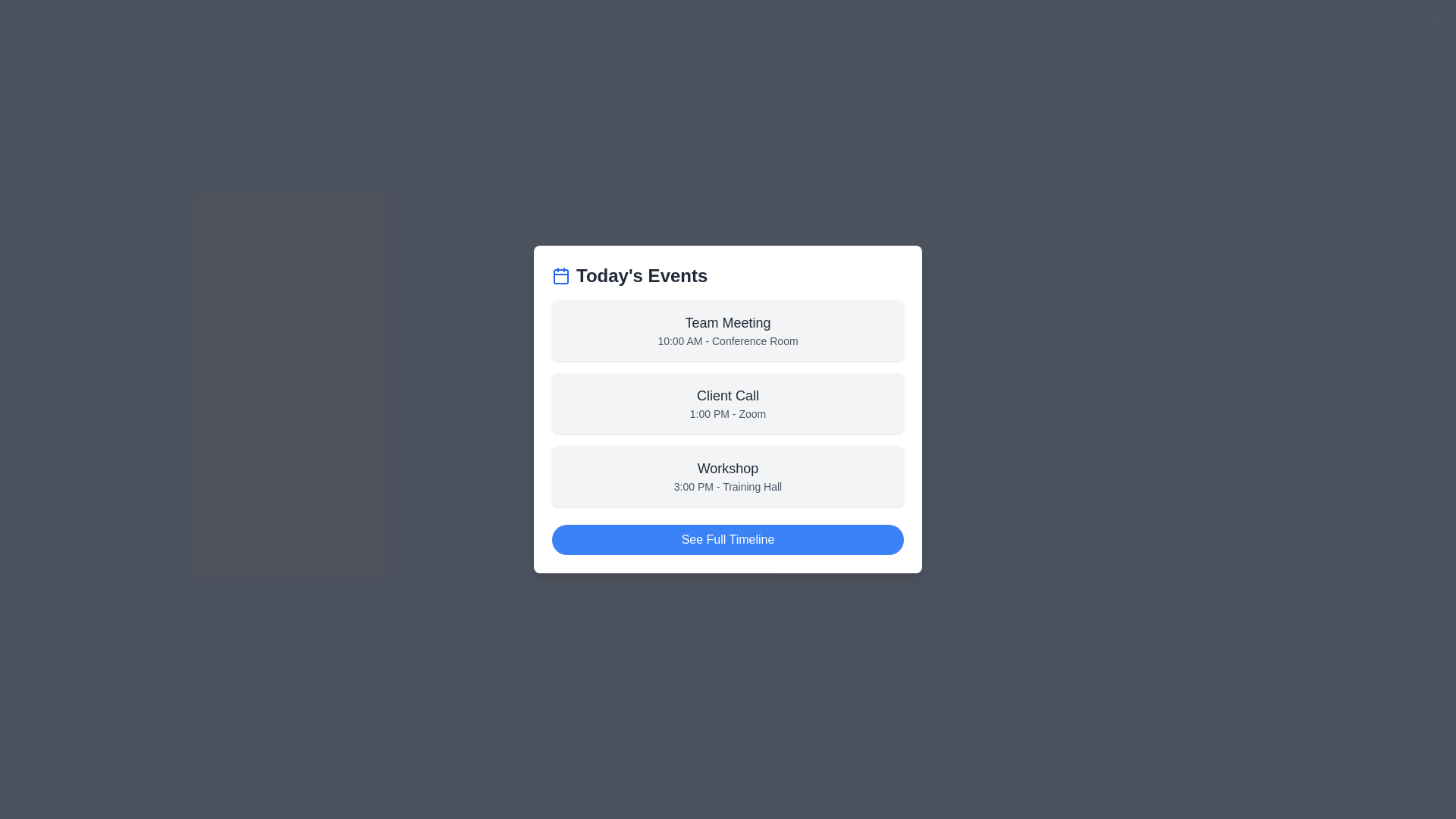 This screenshot has width=1456, height=819. What do you see at coordinates (728, 539) in the screenshot?
I see `the 'See Full Timeline' button to access the full timeline` at bounding box center [728, 539].